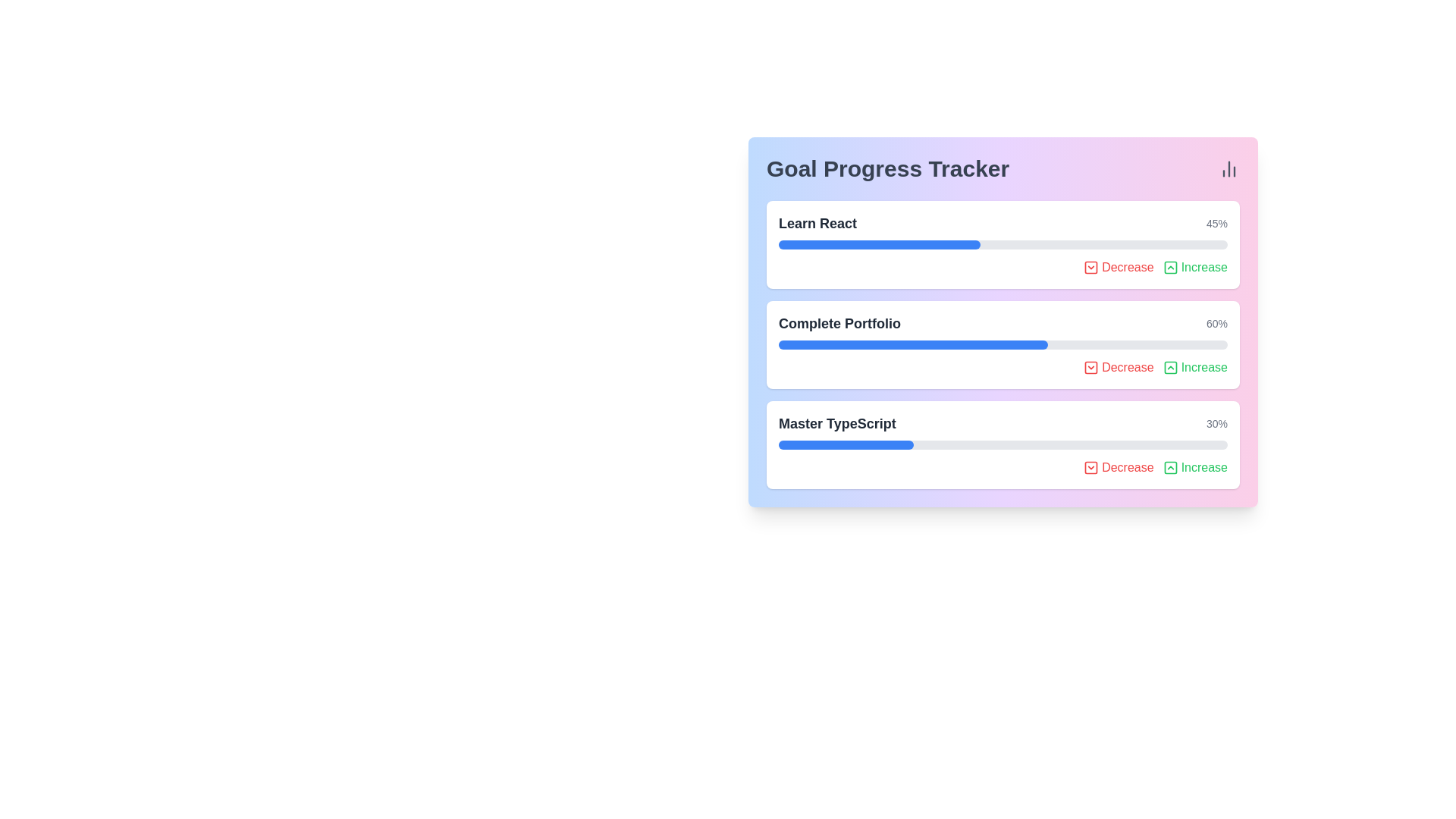  What do you see at coordinates (1169, 368) in the screenshot?
I see `the square decorative icon located in the upper-right corner of the 'Goal Progress Tracker', which serves as a background for the chevron icon` at bounding box center [1169, 368].